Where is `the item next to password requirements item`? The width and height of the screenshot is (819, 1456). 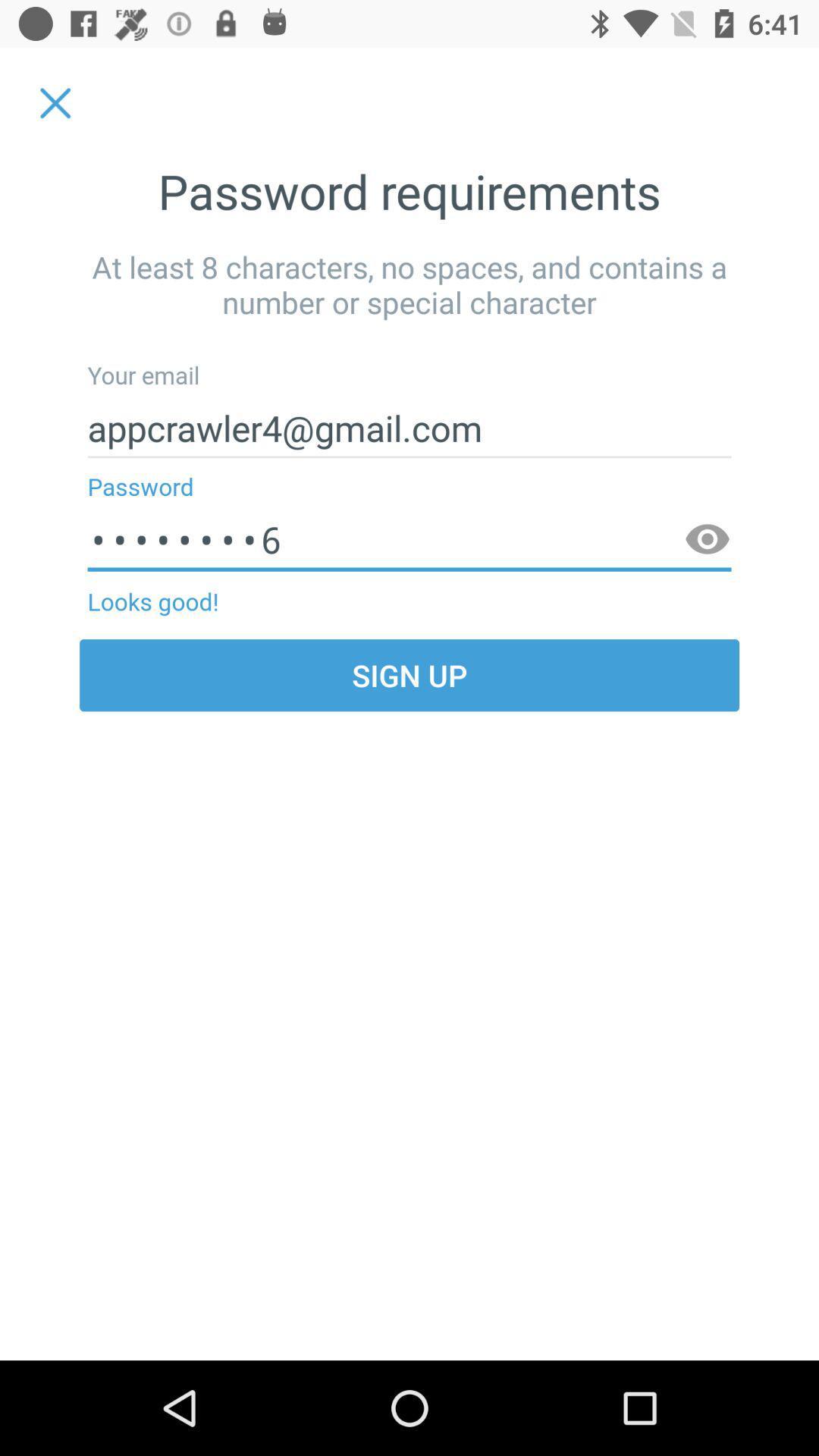
the item next to password requirements item is located at coordinates (55, 102).